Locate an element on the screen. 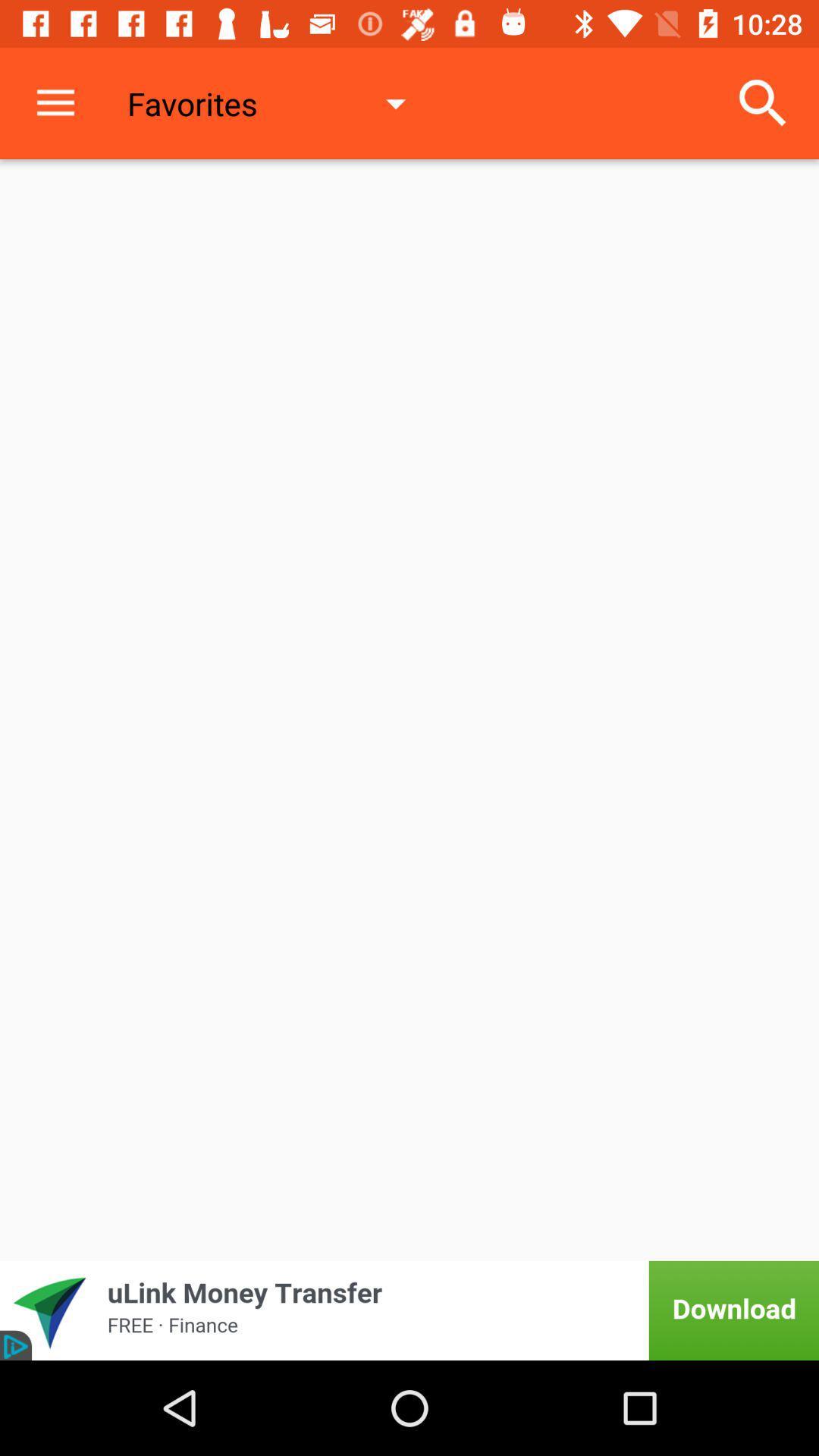 The width and height of the screenshot is (819, 1456). open advertisement is located at coordinates (409, 1310).